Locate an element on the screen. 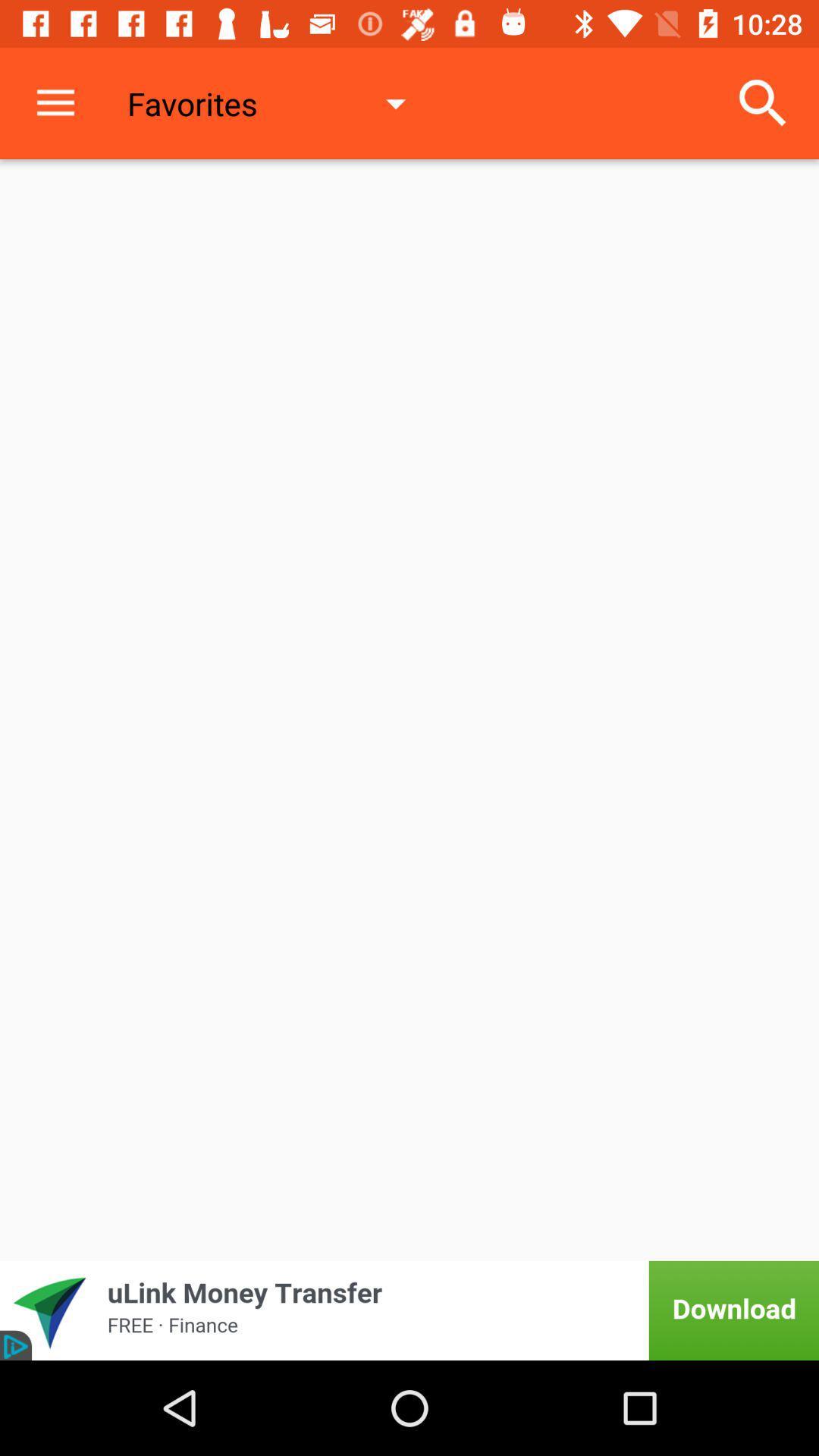 The width and height of the screenshot is (819, 1456). open advertisement is located at coordinates (409, 1310).